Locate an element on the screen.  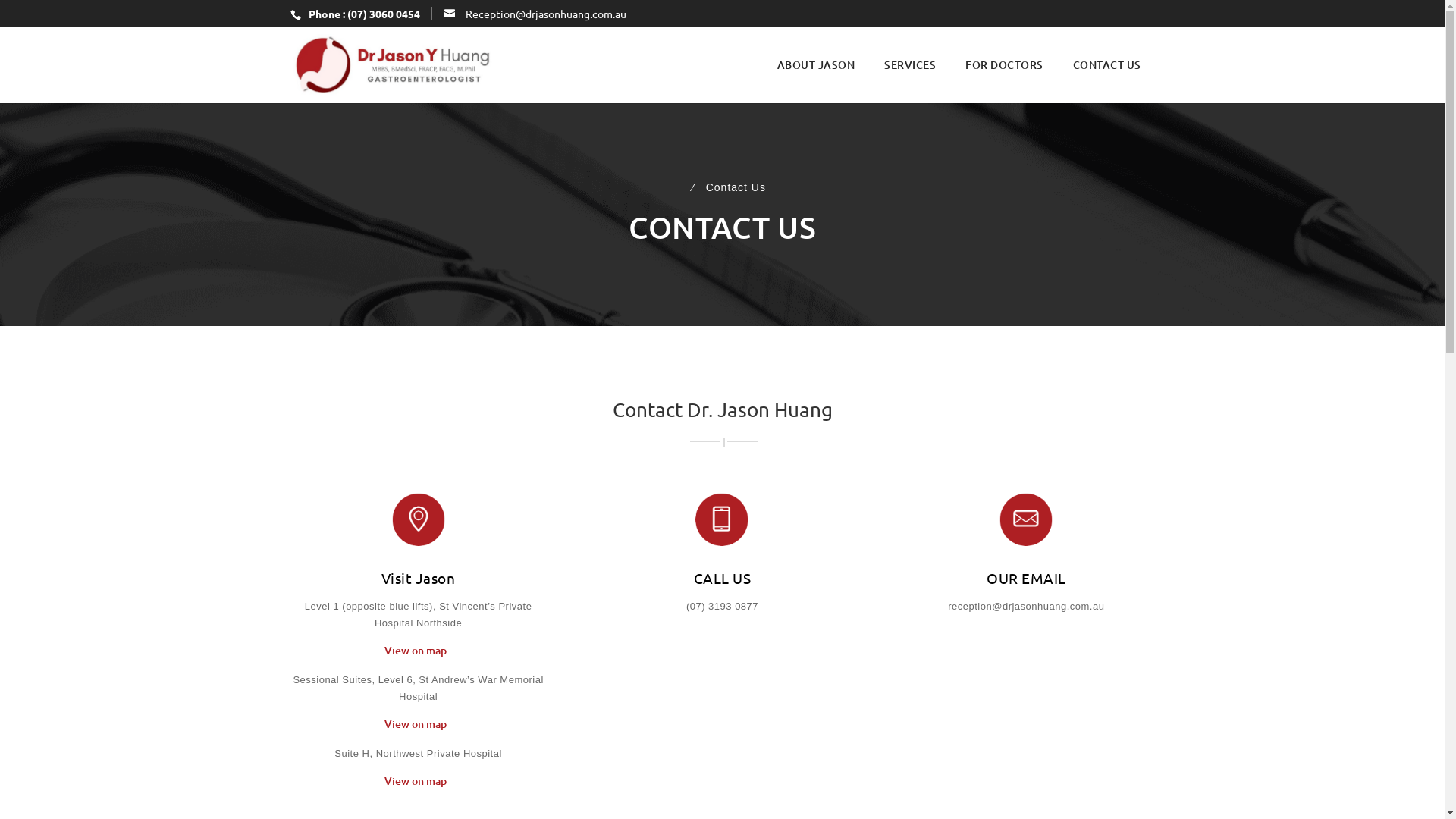
'Reception@drjasonhuang.com.au' is located at coordinates (535, 12).